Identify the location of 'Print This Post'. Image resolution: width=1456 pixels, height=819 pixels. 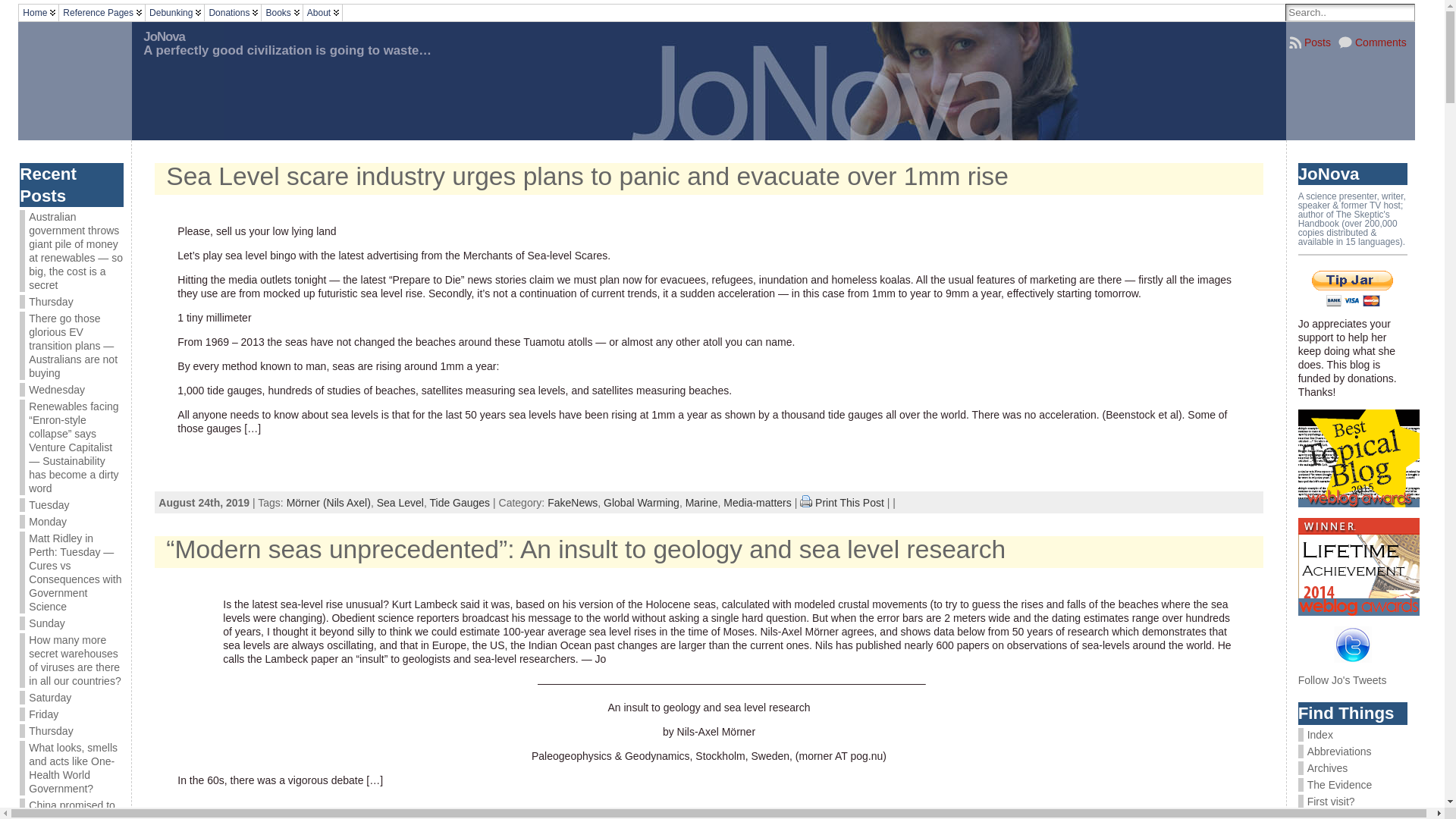
(805, 503).